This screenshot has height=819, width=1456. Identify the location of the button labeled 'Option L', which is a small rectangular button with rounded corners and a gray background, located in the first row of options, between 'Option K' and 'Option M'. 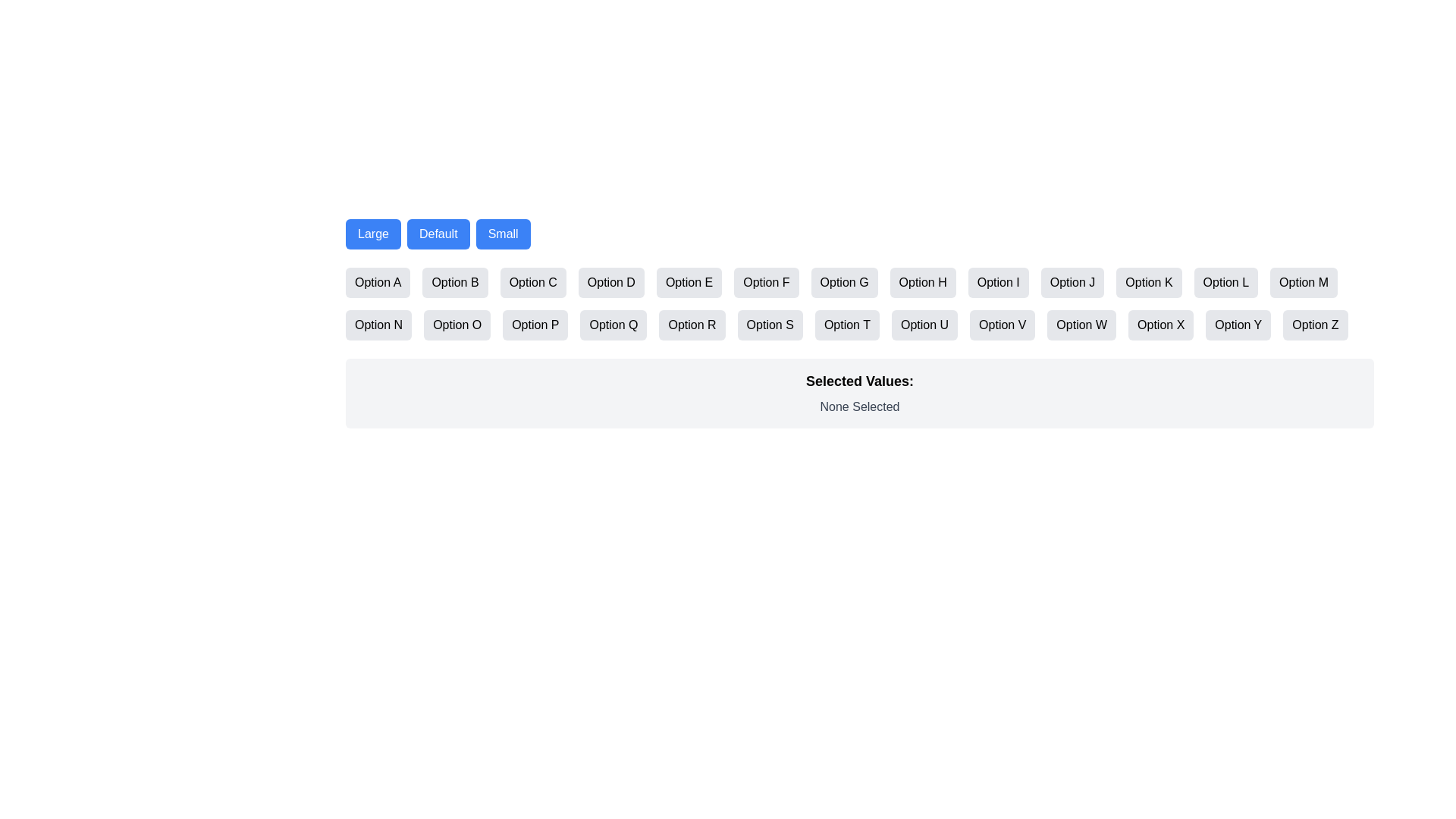
(1225, 283).